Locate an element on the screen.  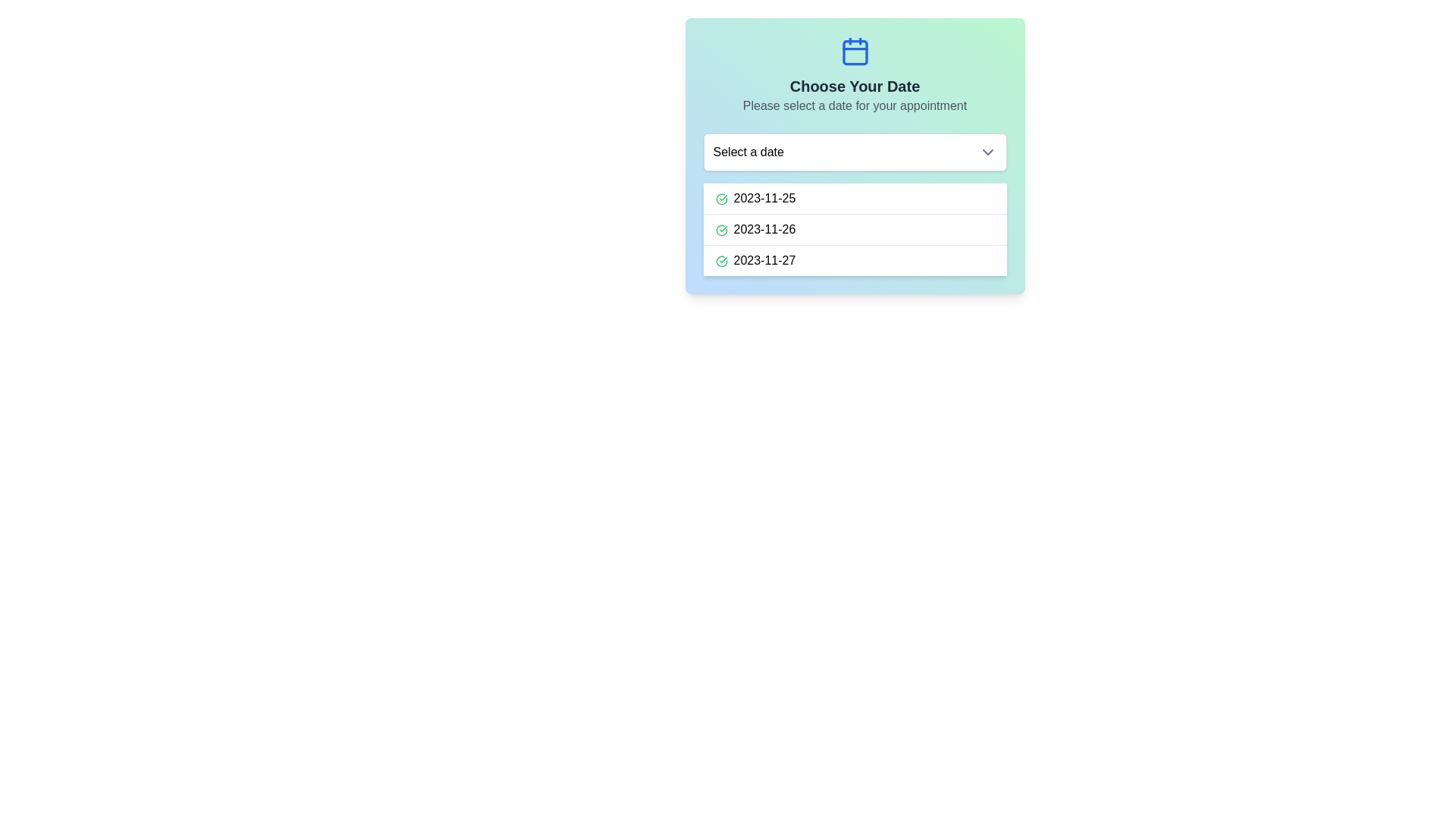
the selectable option for the date '2023-11-26' in the date selection dropdown is located at coordinates (855, 229).